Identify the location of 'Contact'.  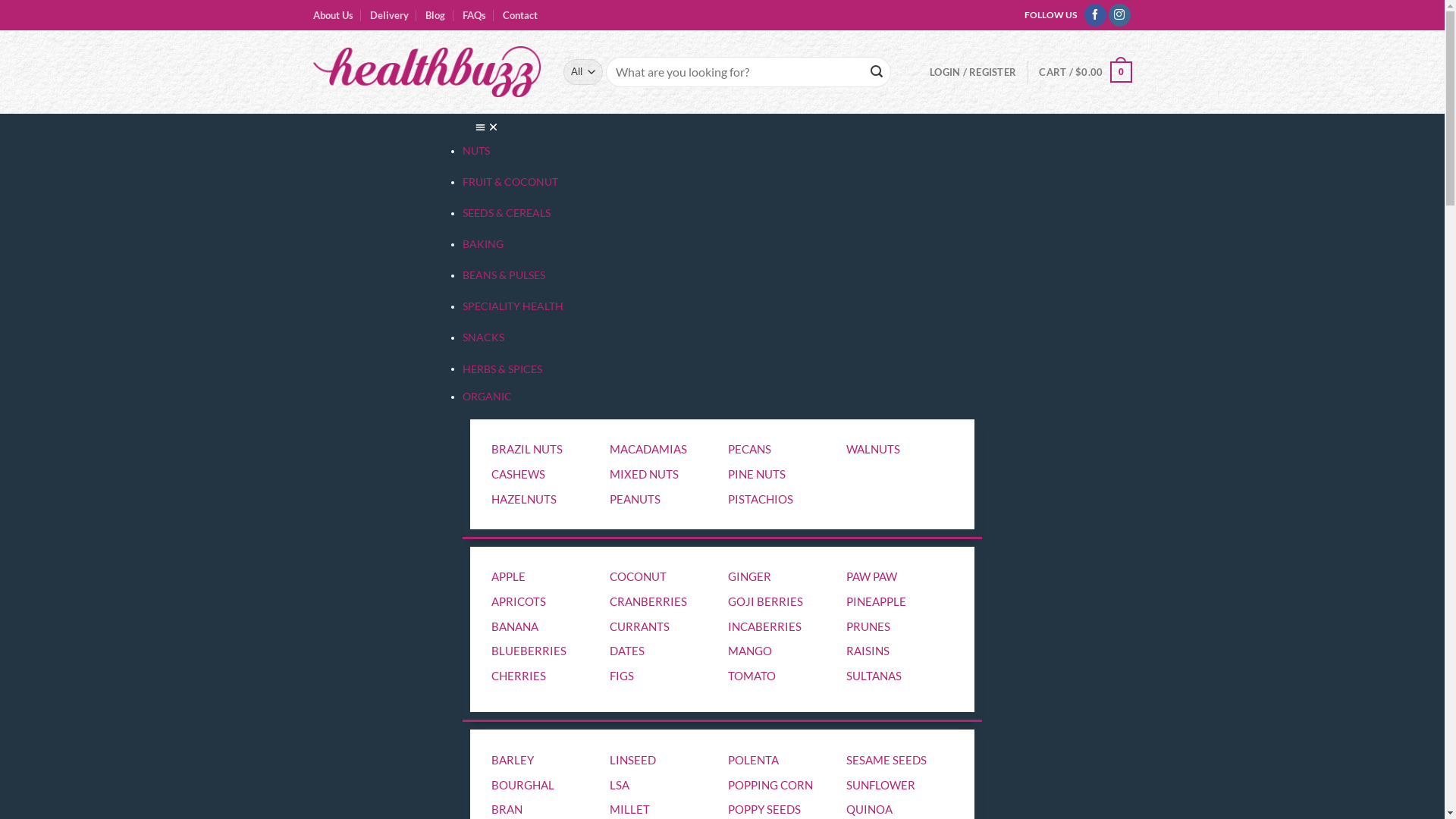
(520, 14).